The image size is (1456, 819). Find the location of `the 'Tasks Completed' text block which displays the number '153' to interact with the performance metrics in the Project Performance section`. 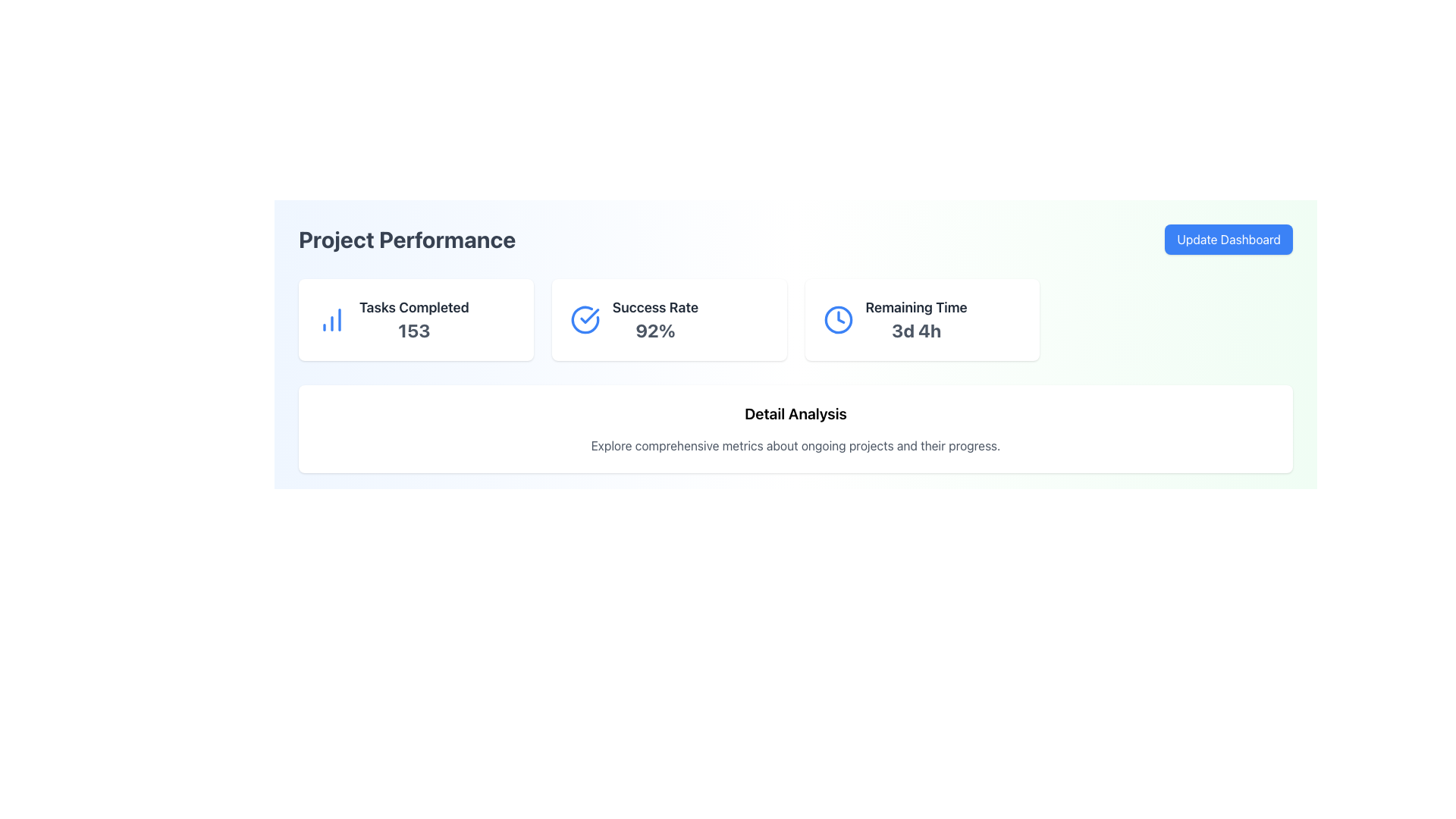

the 'Tasks Completed' text block which displays the number '153' to interact with the performance metrics in the Project Performance section is located at coordinates (414, 318).